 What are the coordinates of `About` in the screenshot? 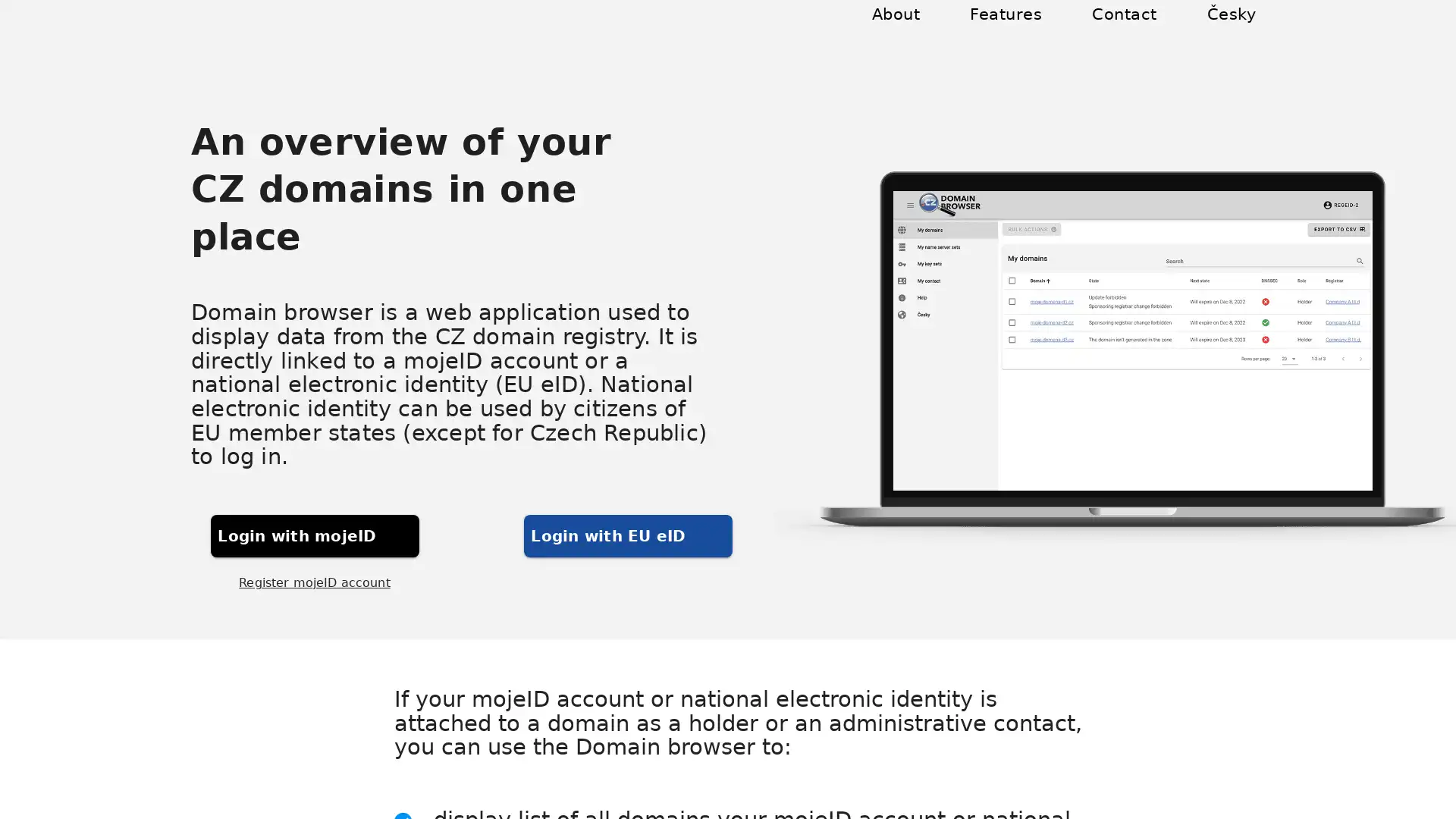 It's located at (912, 32).